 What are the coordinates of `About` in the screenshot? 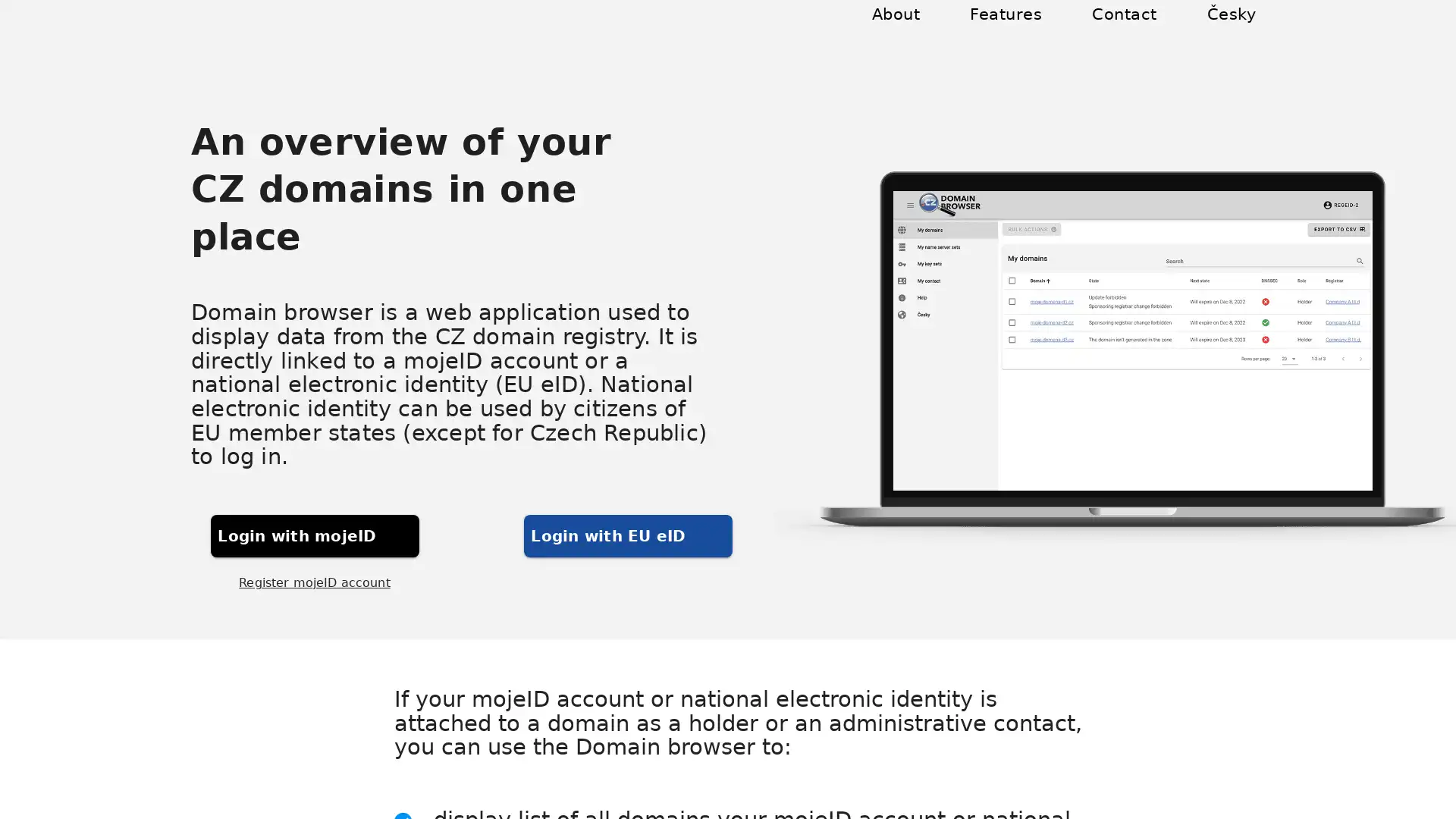 It's located at (912, 32).